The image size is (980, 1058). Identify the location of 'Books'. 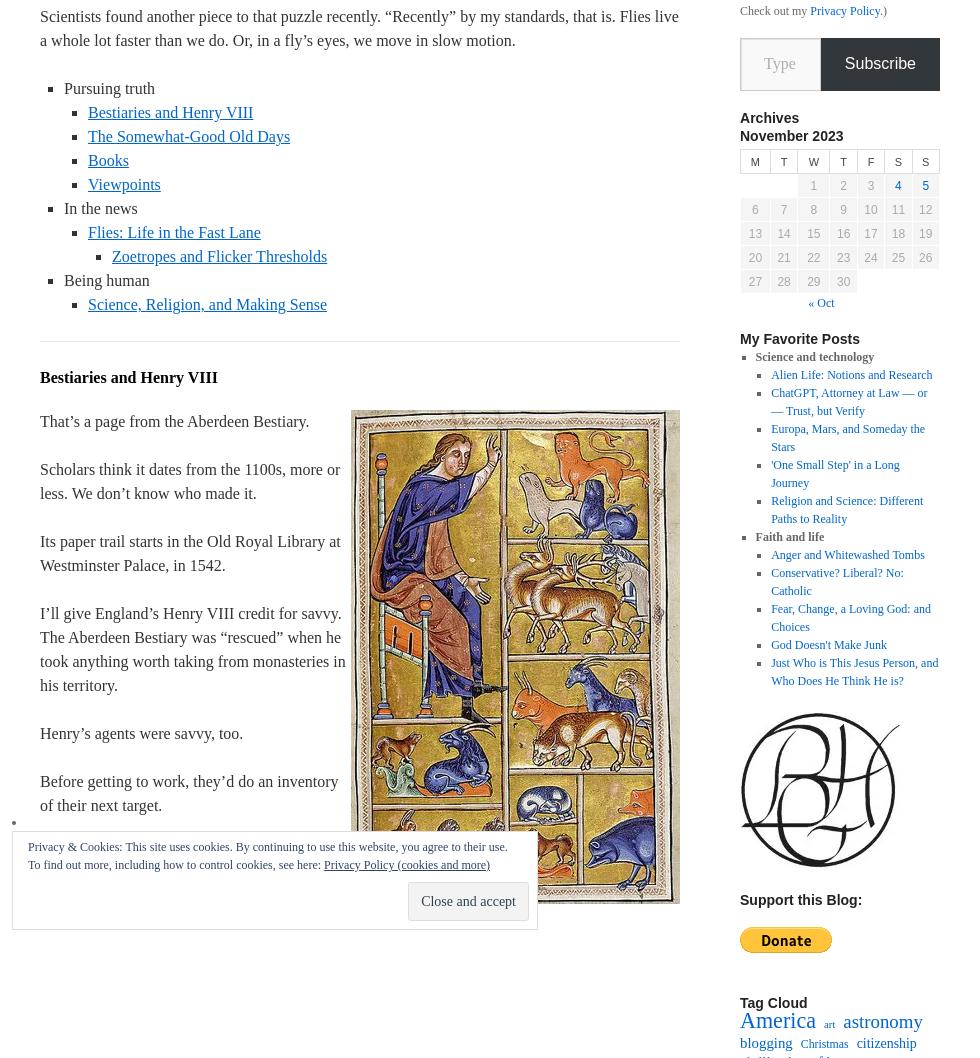
(88, 159).